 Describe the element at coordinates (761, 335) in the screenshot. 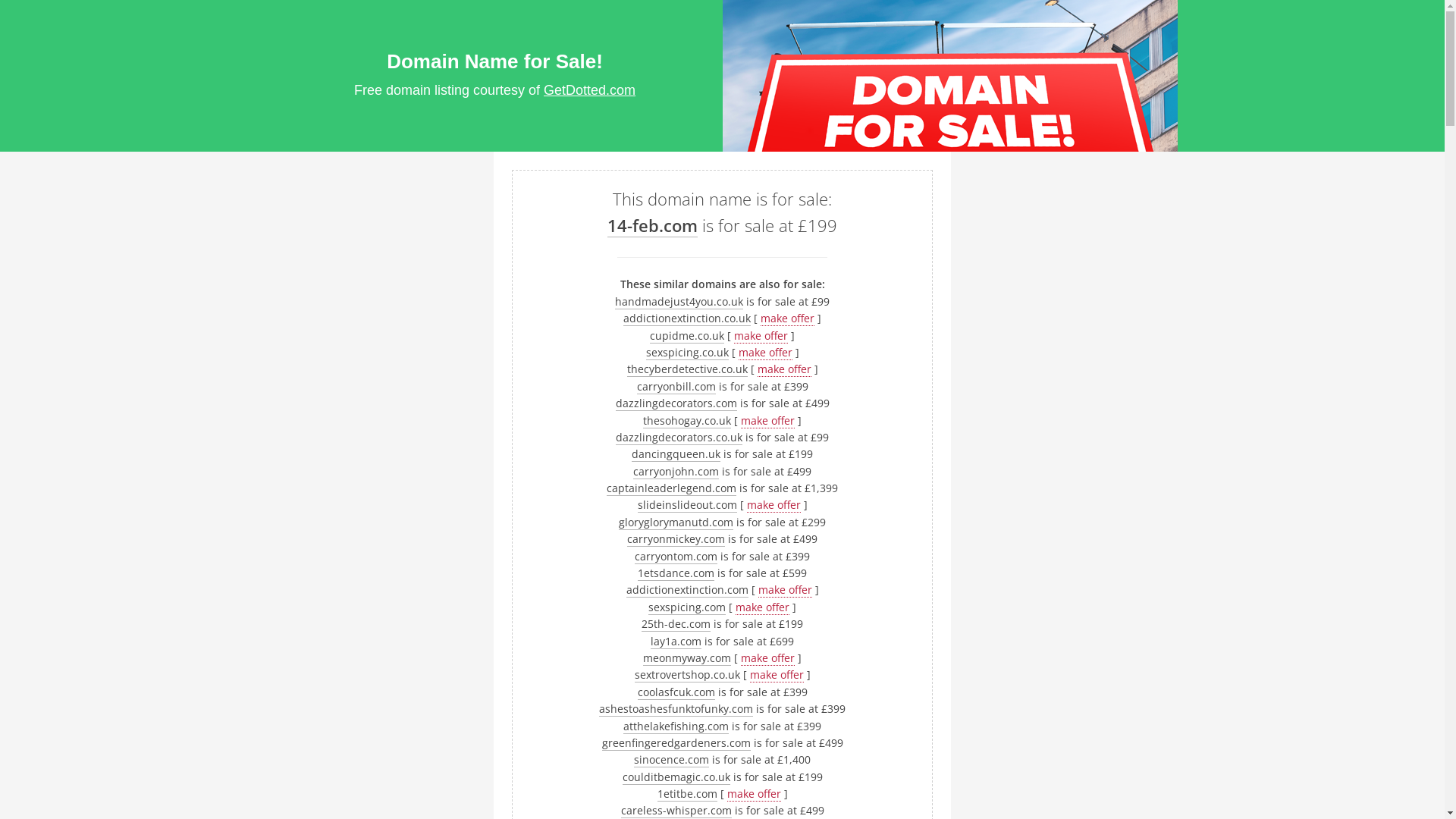

I see `'make offer'` at that location.